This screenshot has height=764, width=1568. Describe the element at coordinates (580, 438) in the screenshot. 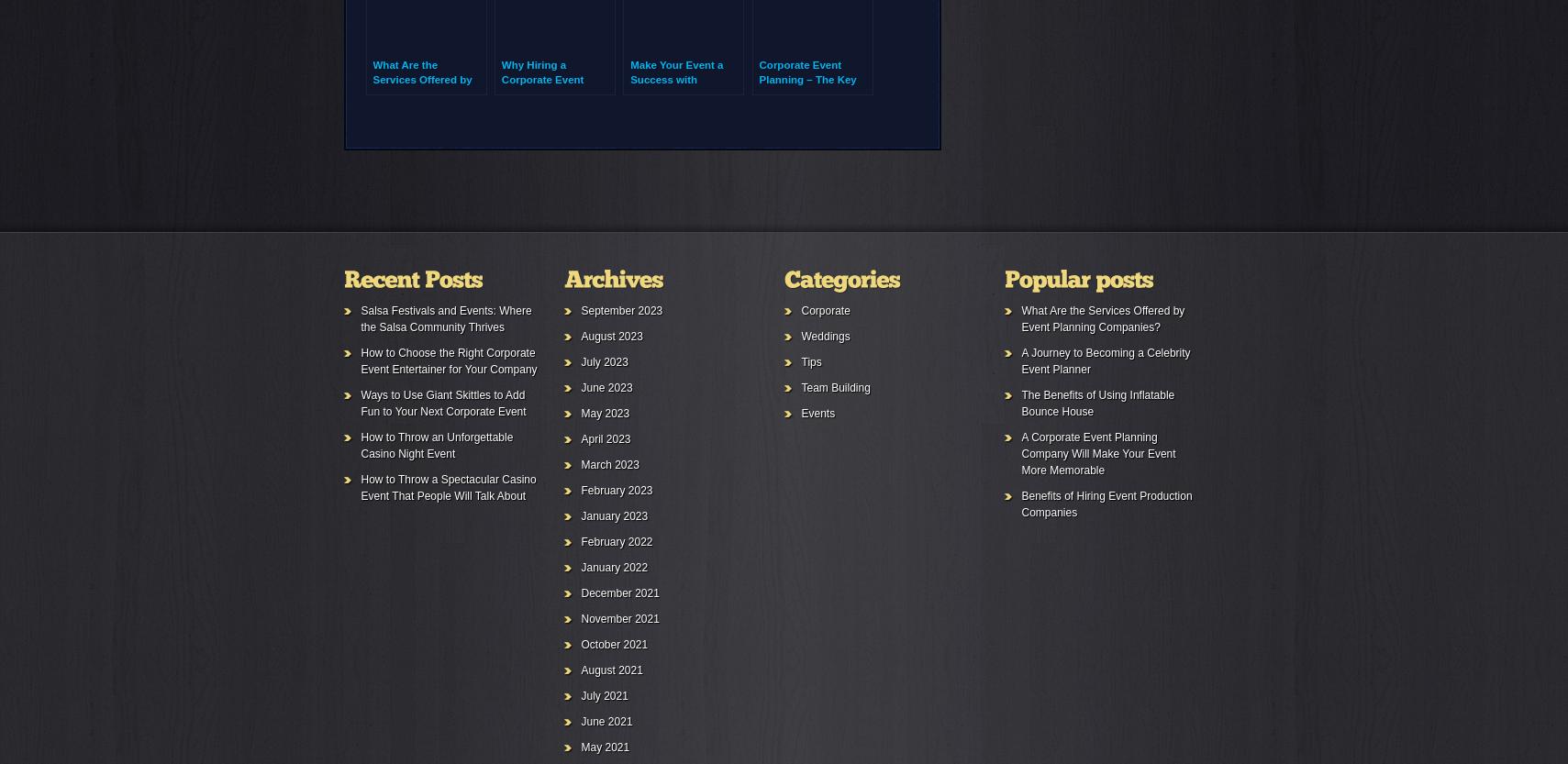

I see `'April 2023'` at that location.